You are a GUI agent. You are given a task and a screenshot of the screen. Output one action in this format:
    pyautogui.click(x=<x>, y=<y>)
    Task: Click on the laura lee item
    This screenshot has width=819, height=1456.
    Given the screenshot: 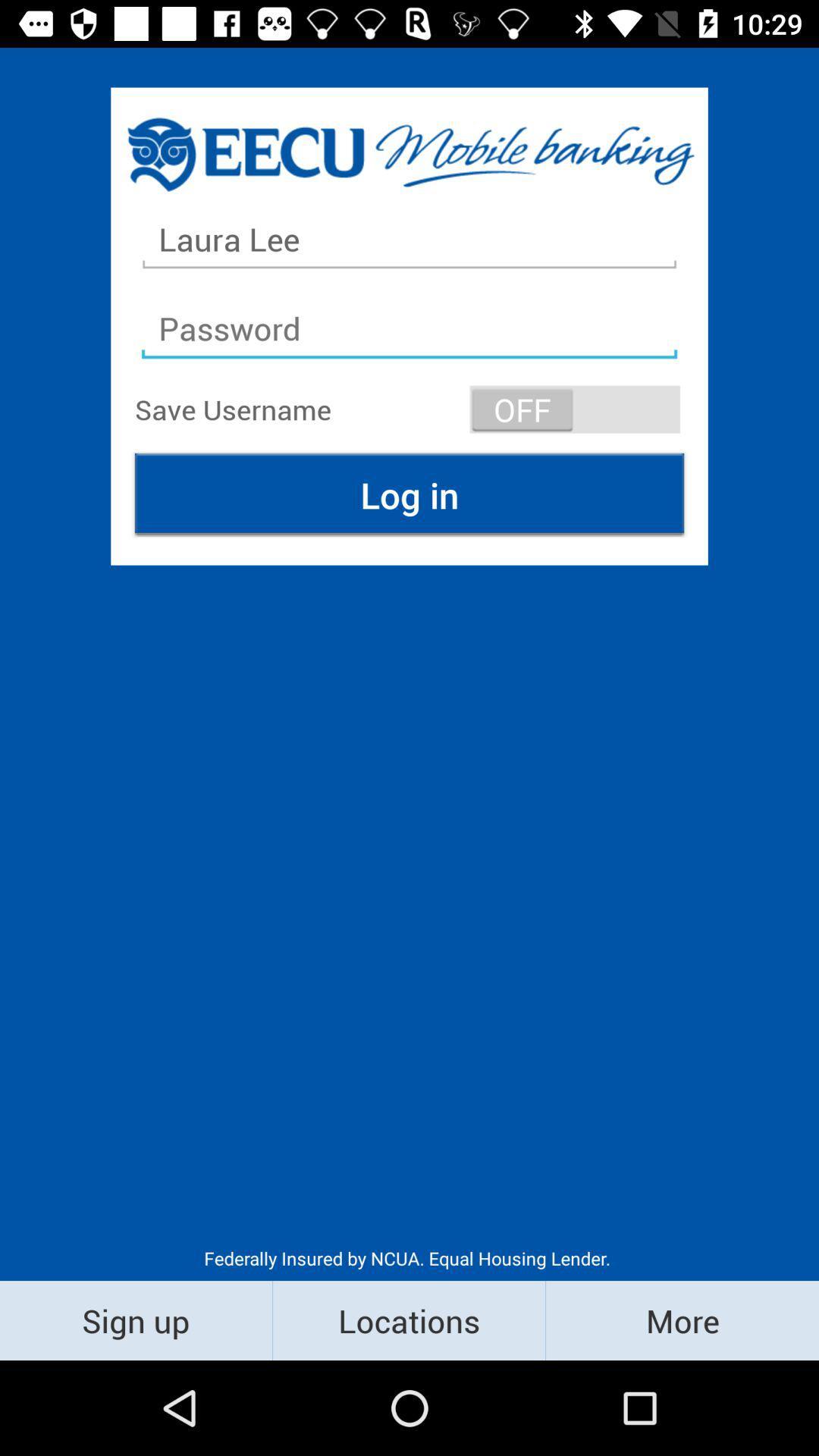 What is the action you would take?
    pyautogui.click(x=409, y=239)
    